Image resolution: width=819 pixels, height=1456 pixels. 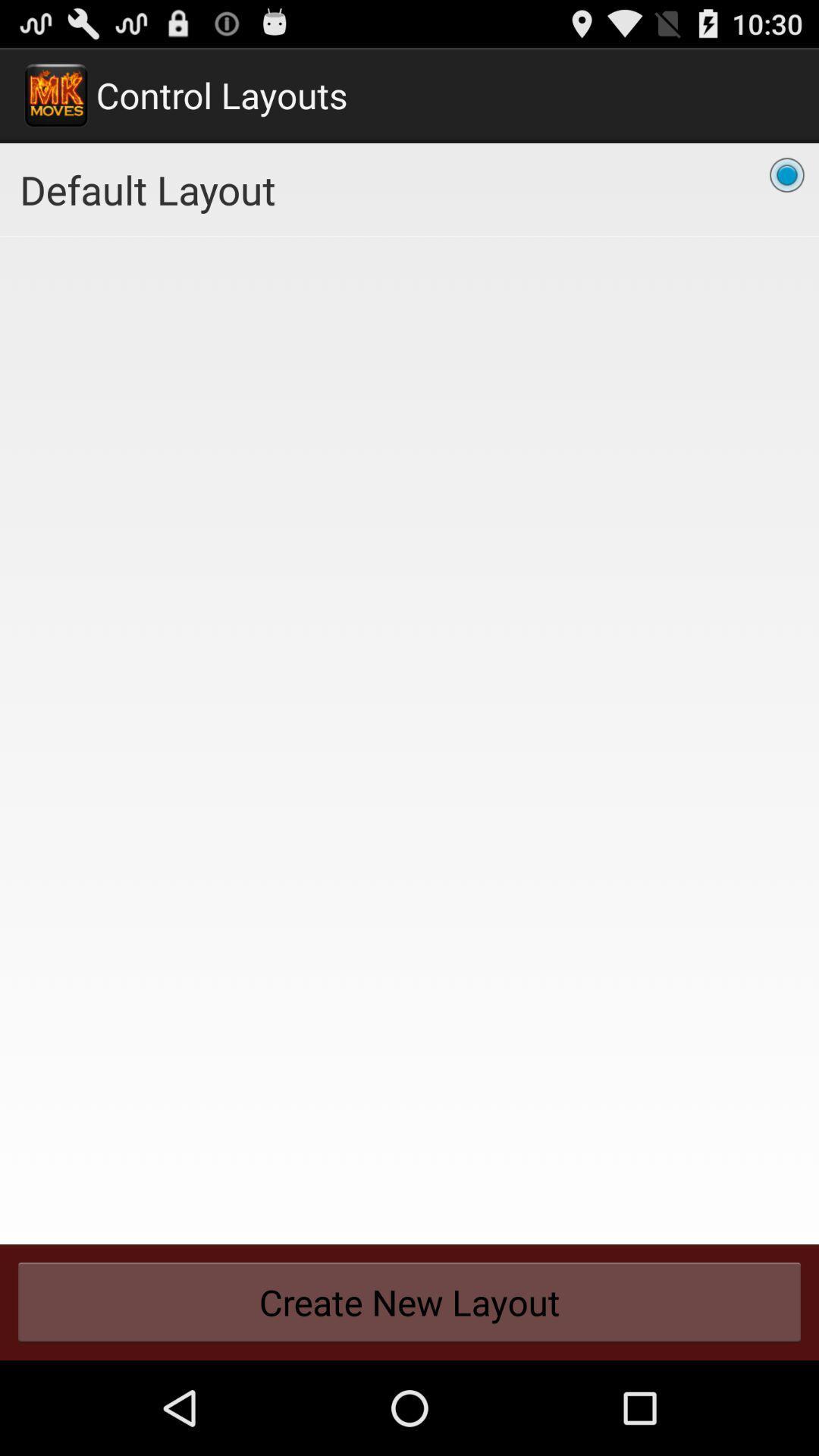 What do you see at coordinates (786, 174) in the screenshot?
I see `item at the top right corner` at bounding box center [786, 174].